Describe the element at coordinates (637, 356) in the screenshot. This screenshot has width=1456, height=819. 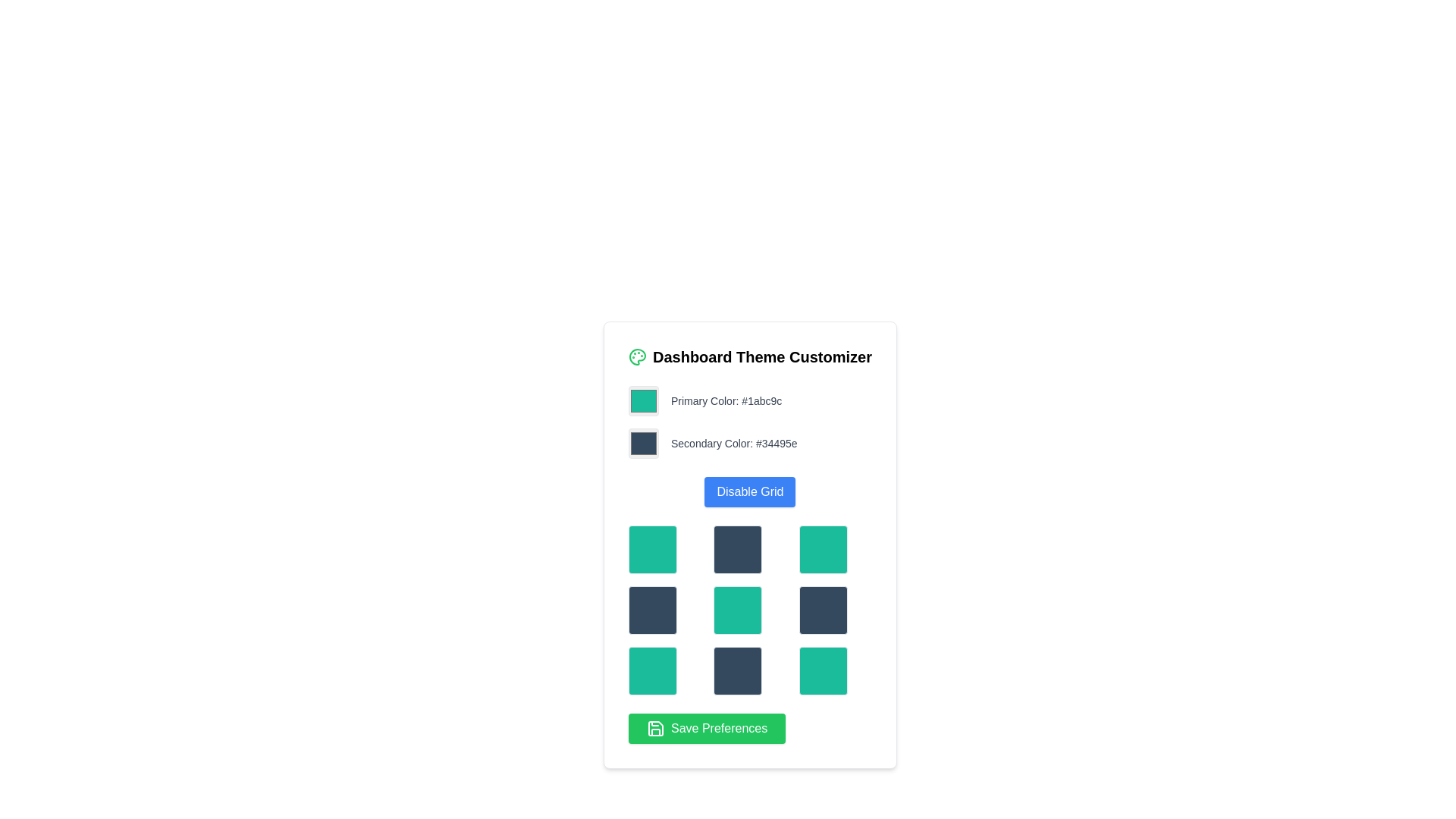
I see `the theme customization icon located to the left of the 'Dashboard Theme Customizer' text` at that location.